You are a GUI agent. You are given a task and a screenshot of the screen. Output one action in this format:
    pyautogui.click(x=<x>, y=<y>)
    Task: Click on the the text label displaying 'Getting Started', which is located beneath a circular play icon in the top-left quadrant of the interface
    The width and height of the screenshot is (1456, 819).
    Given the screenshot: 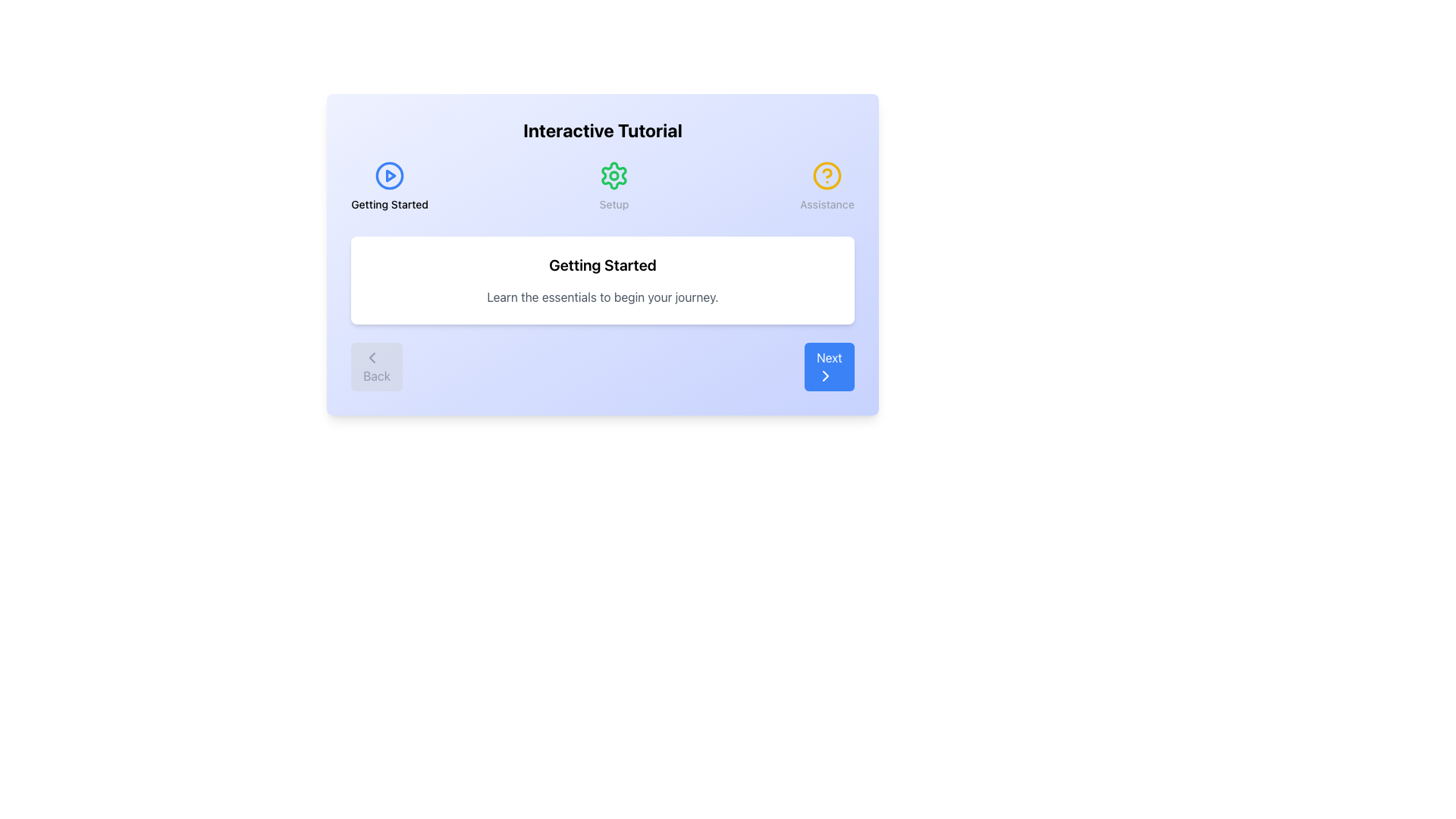 What is the action you would take?
    pyautogui.click(x=390, y=205)
    